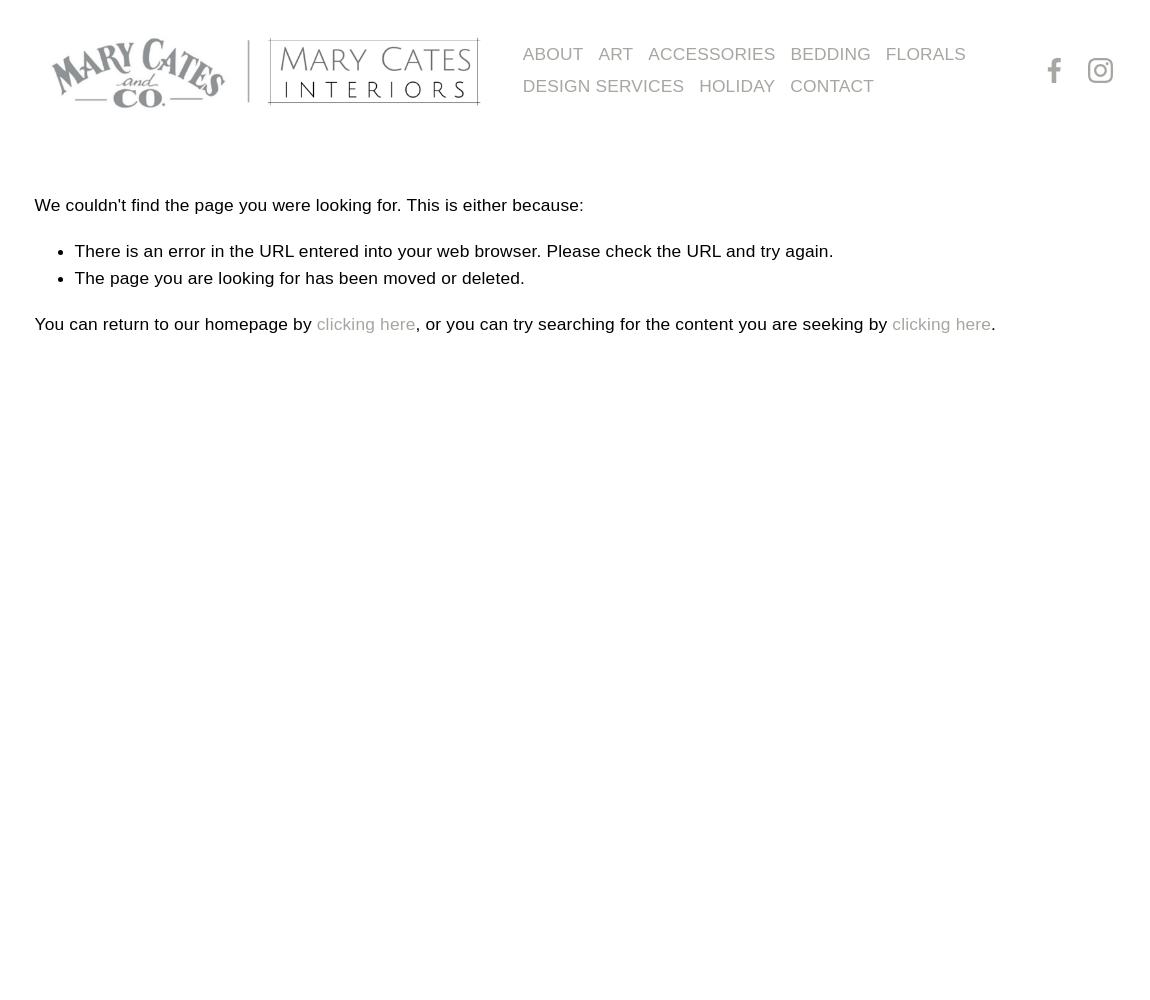  Describe the element at coordinates (453, 250) in the screenshot. I see `'There is an error in the URL entered into your web browser. Please check the URL and try again.'` at that location.